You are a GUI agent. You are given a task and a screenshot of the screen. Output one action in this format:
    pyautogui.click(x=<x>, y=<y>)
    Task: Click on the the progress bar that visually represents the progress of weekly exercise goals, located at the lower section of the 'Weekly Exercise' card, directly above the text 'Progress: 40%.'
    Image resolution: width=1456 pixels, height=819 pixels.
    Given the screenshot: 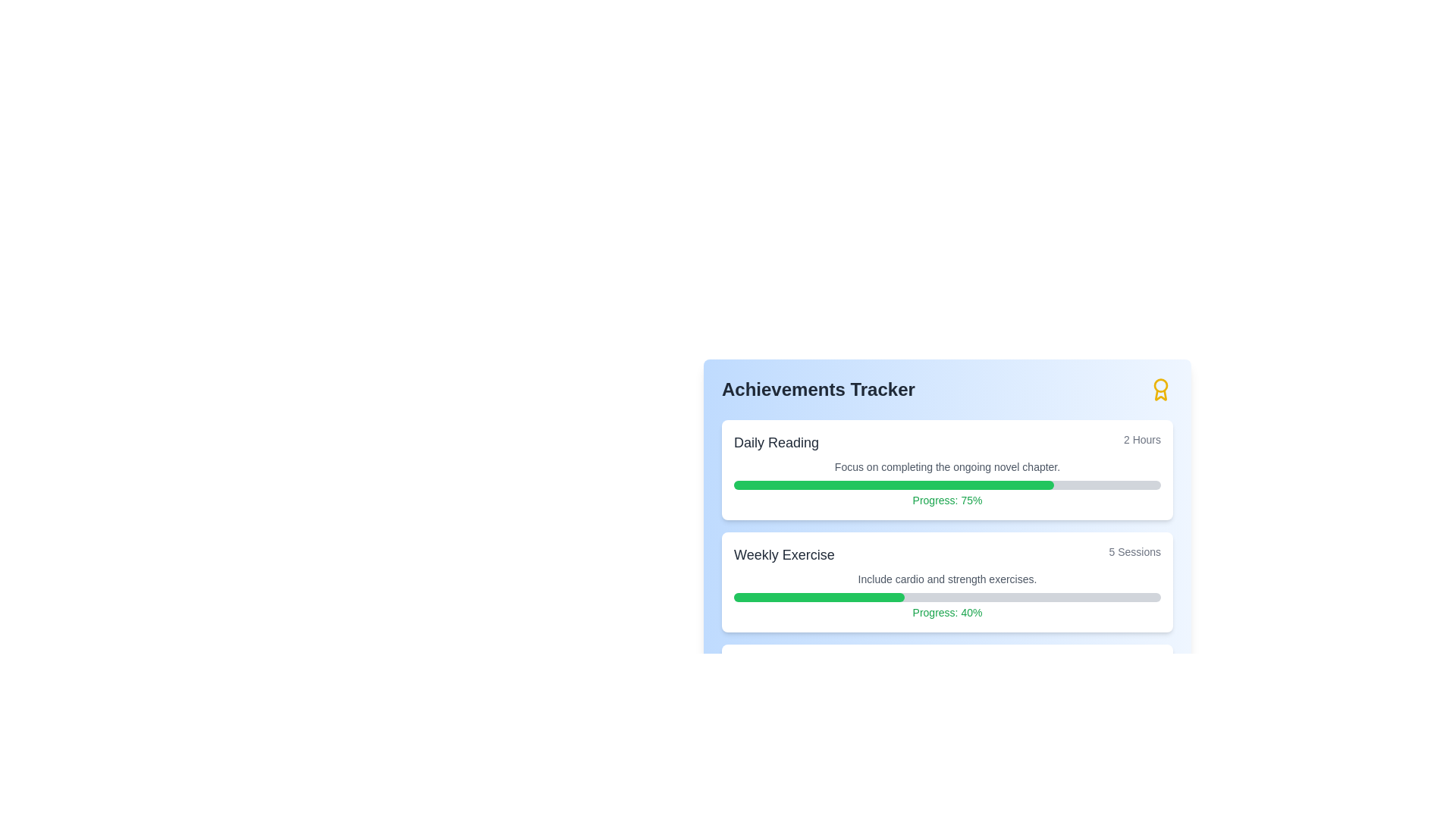 What is the action you would take?
    pyautogui.click(x=946, y=596)
    